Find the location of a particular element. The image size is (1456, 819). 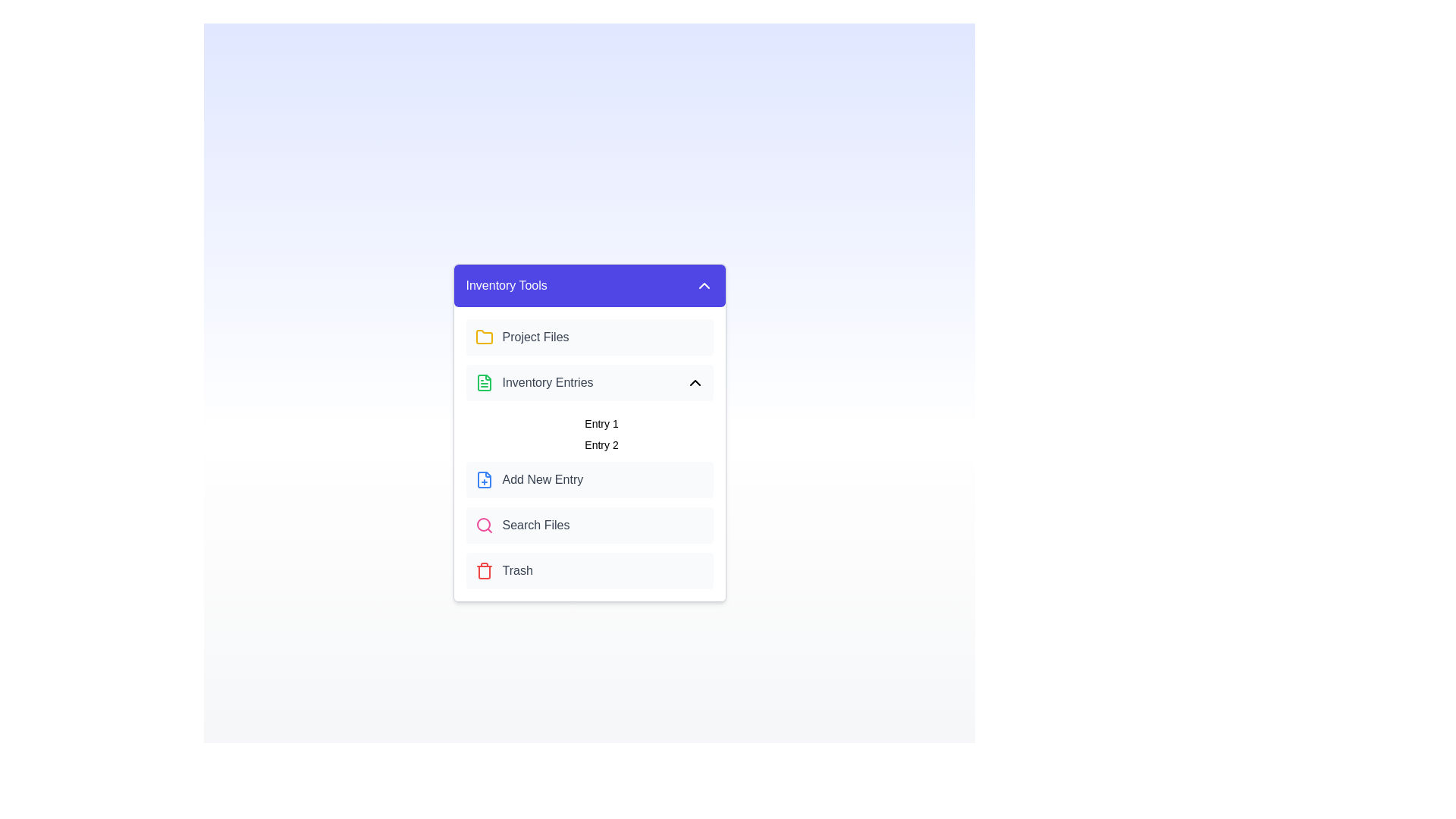

the upwards-pointing chevron icon on the right side of the 'Inventory Tools' button is located at coordinates (703, 286).